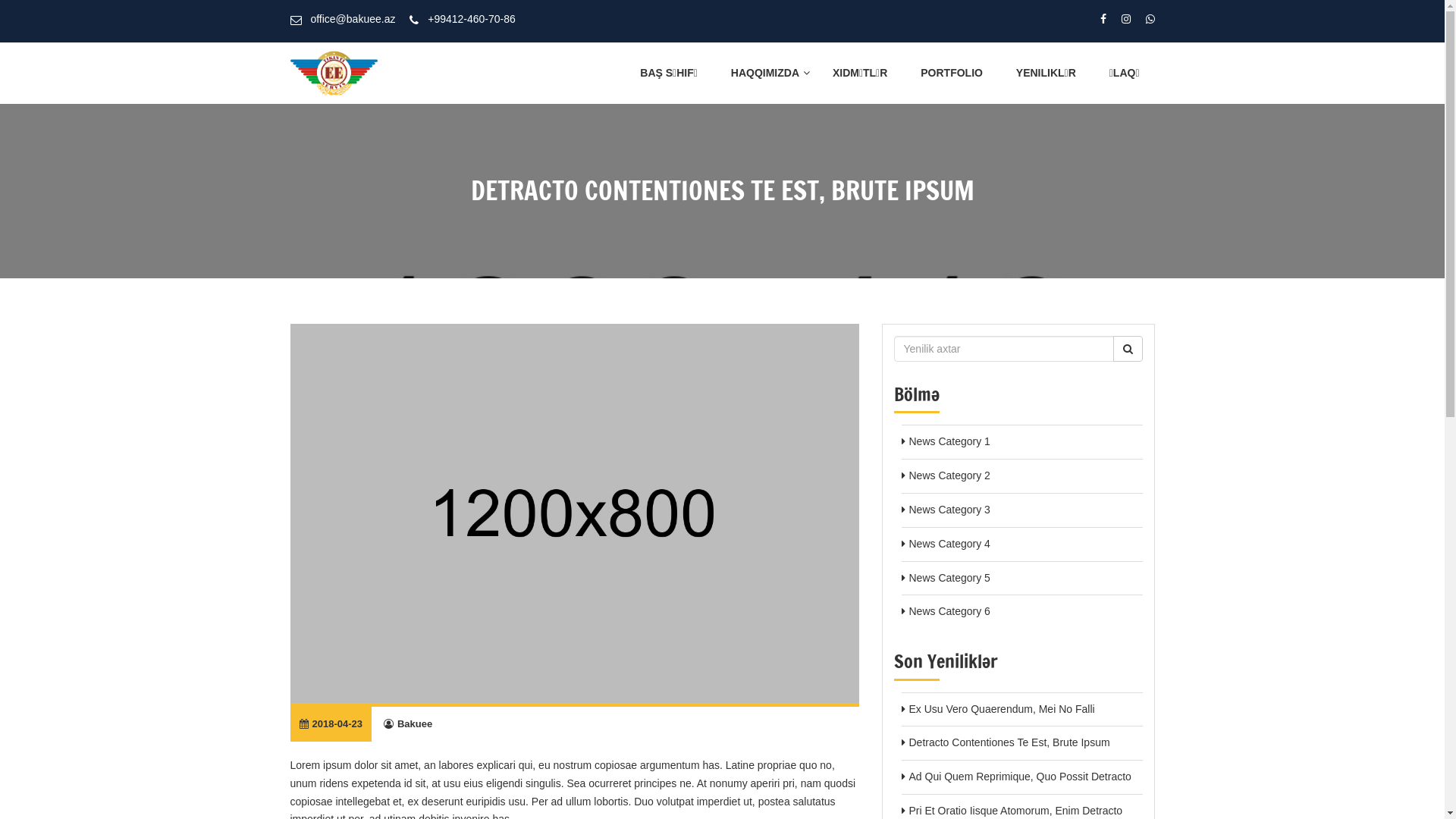  Describe the element at coordinates (950, 73) in the screenshot. I see `'PORTFOLIO'` at that location.